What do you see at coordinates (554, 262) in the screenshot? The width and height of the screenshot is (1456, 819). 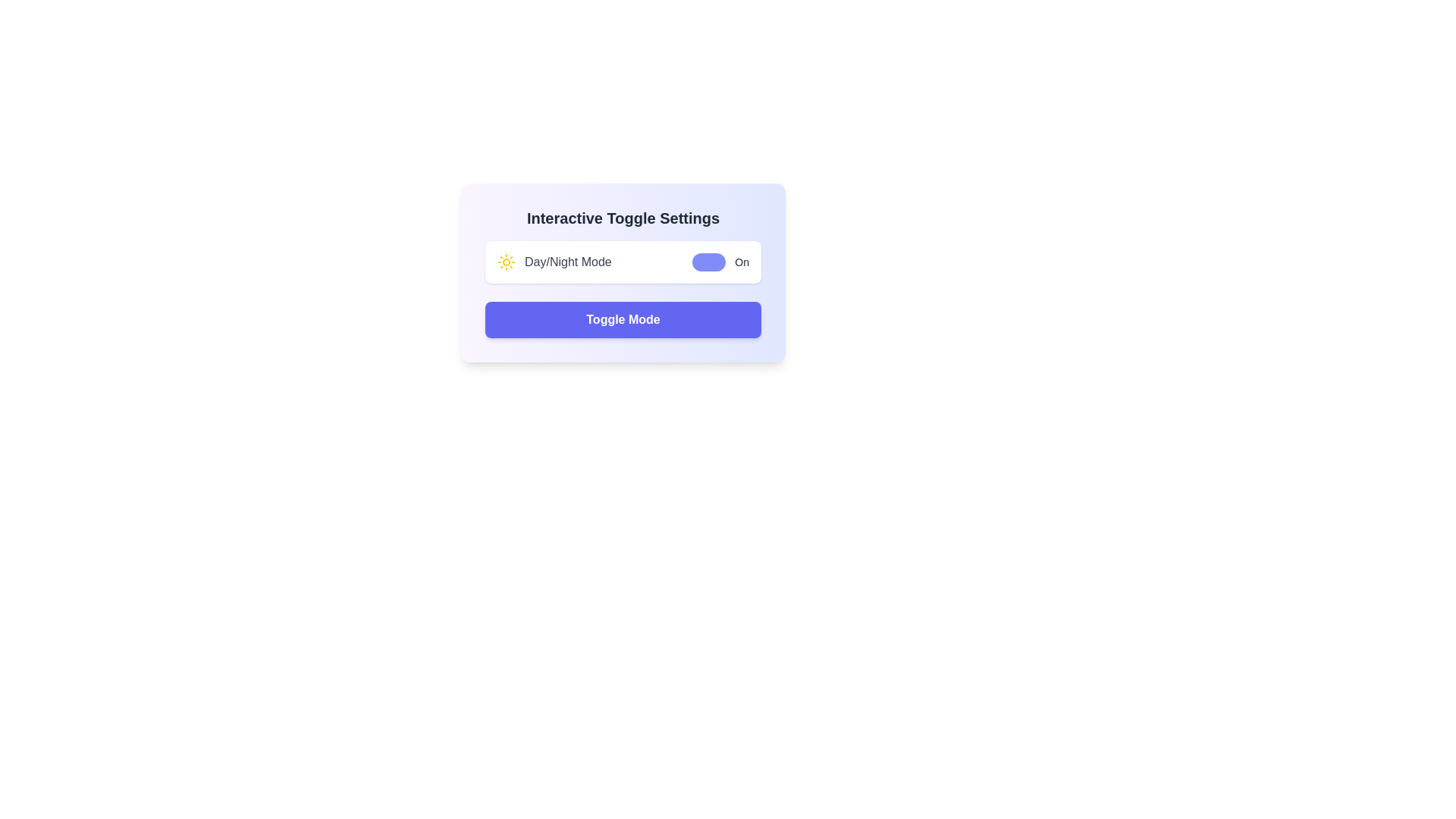 I see `the 'Day/Night Mode' text label` at bounding box center [554, 262].